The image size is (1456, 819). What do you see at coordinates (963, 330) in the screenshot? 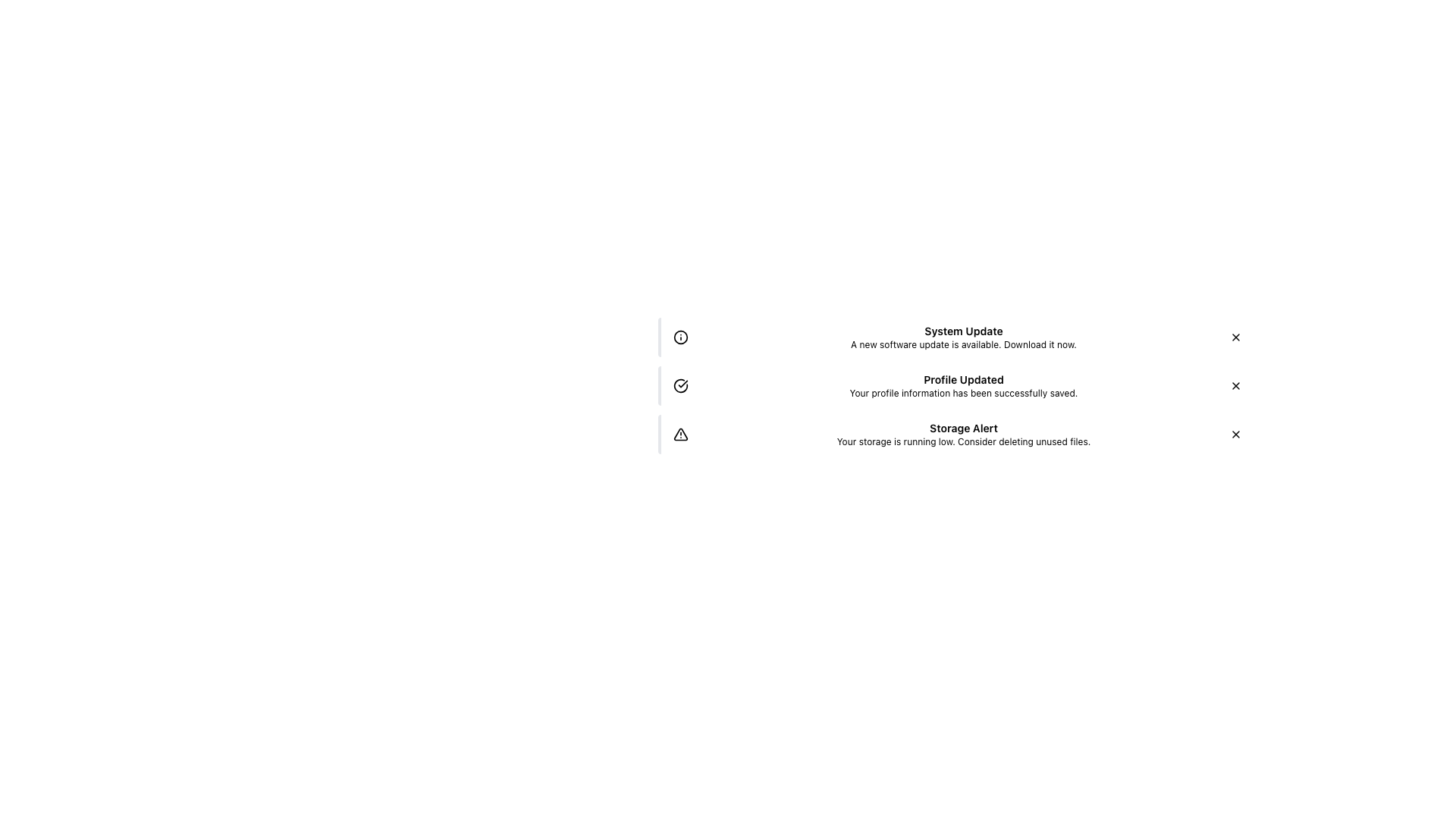
I see `the non-interactive Text Label that serves as the headline for a notification about a system update, positioned at the top of a list of notifications` at bounding box center [963, 330].